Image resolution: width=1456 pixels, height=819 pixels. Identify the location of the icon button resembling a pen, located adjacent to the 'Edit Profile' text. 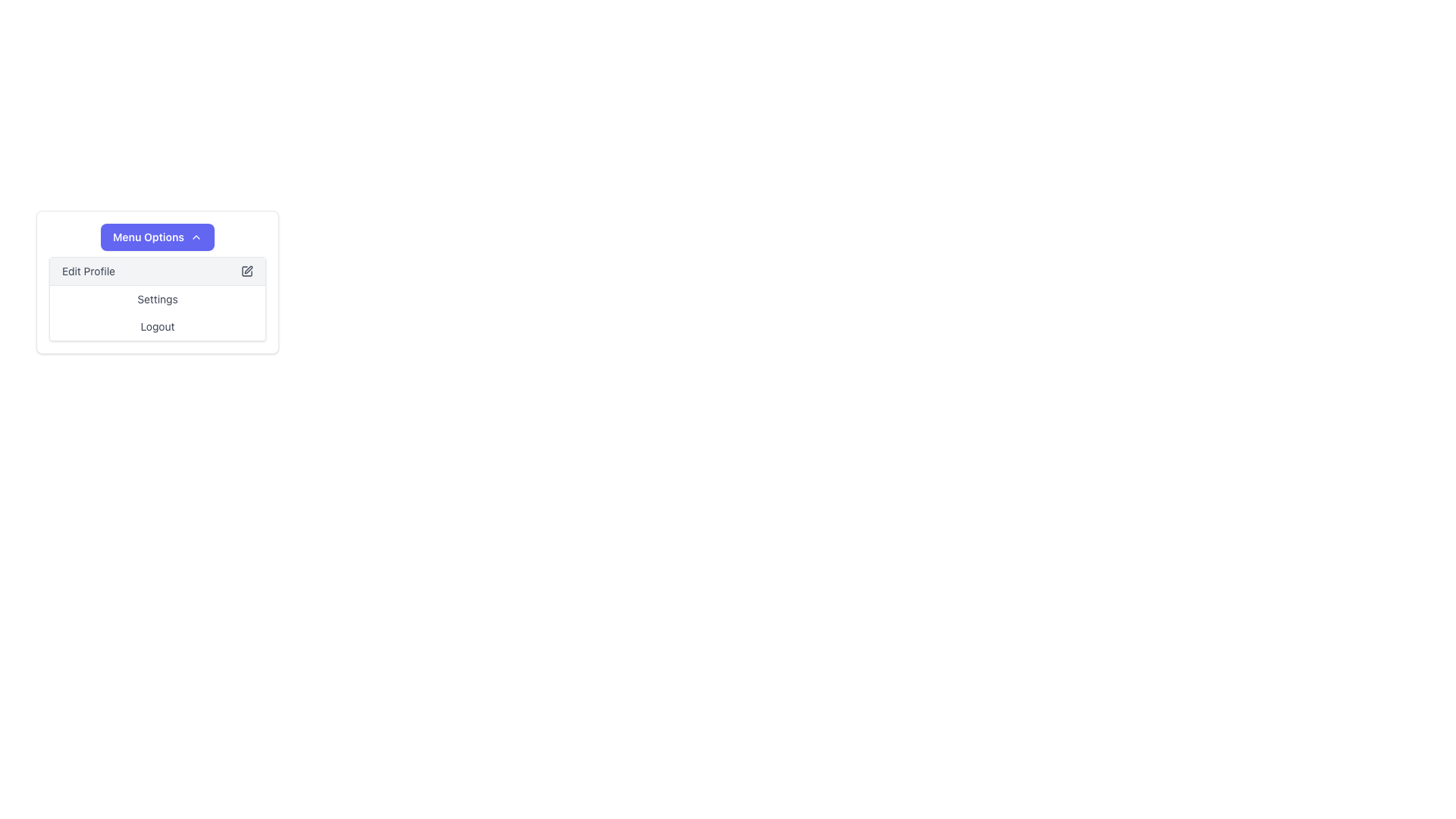
(247, 271).